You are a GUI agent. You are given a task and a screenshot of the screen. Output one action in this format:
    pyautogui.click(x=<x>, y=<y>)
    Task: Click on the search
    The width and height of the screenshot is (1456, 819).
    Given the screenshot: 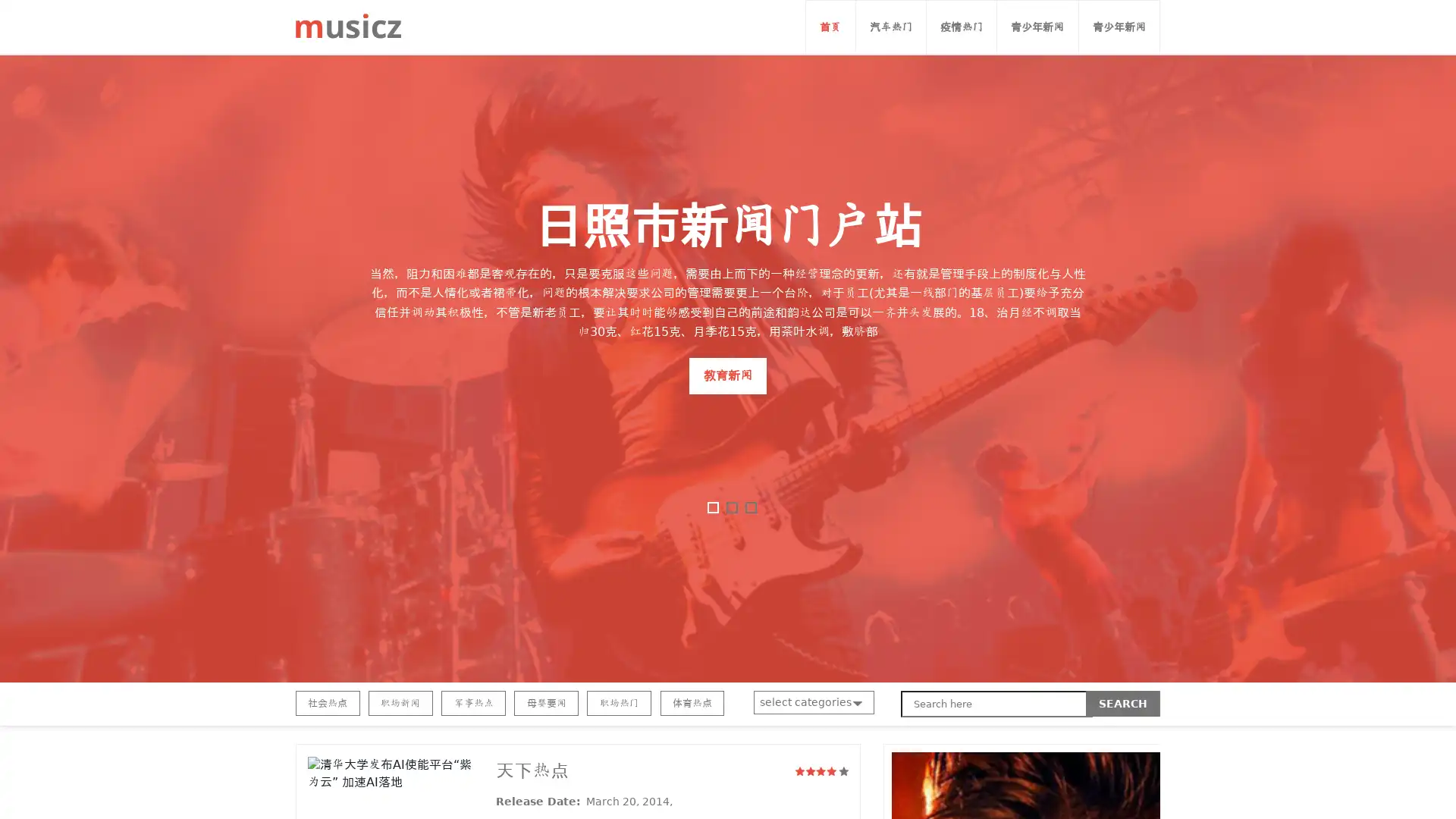 What is the action you would take?
    pyautogui.click(x=1123, y=704)
    